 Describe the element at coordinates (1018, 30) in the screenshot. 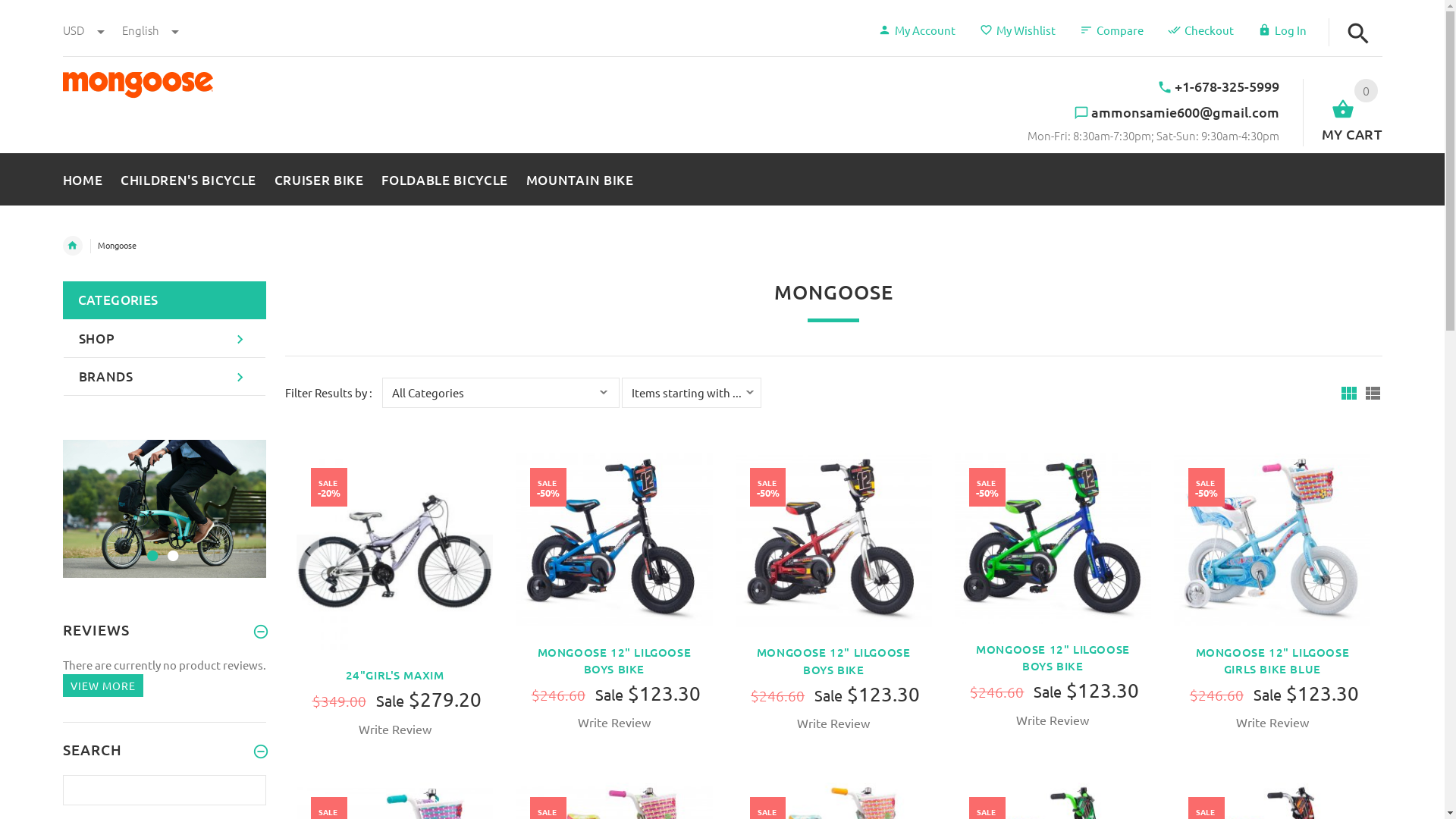

I see `'My Wishlist'` at that location.